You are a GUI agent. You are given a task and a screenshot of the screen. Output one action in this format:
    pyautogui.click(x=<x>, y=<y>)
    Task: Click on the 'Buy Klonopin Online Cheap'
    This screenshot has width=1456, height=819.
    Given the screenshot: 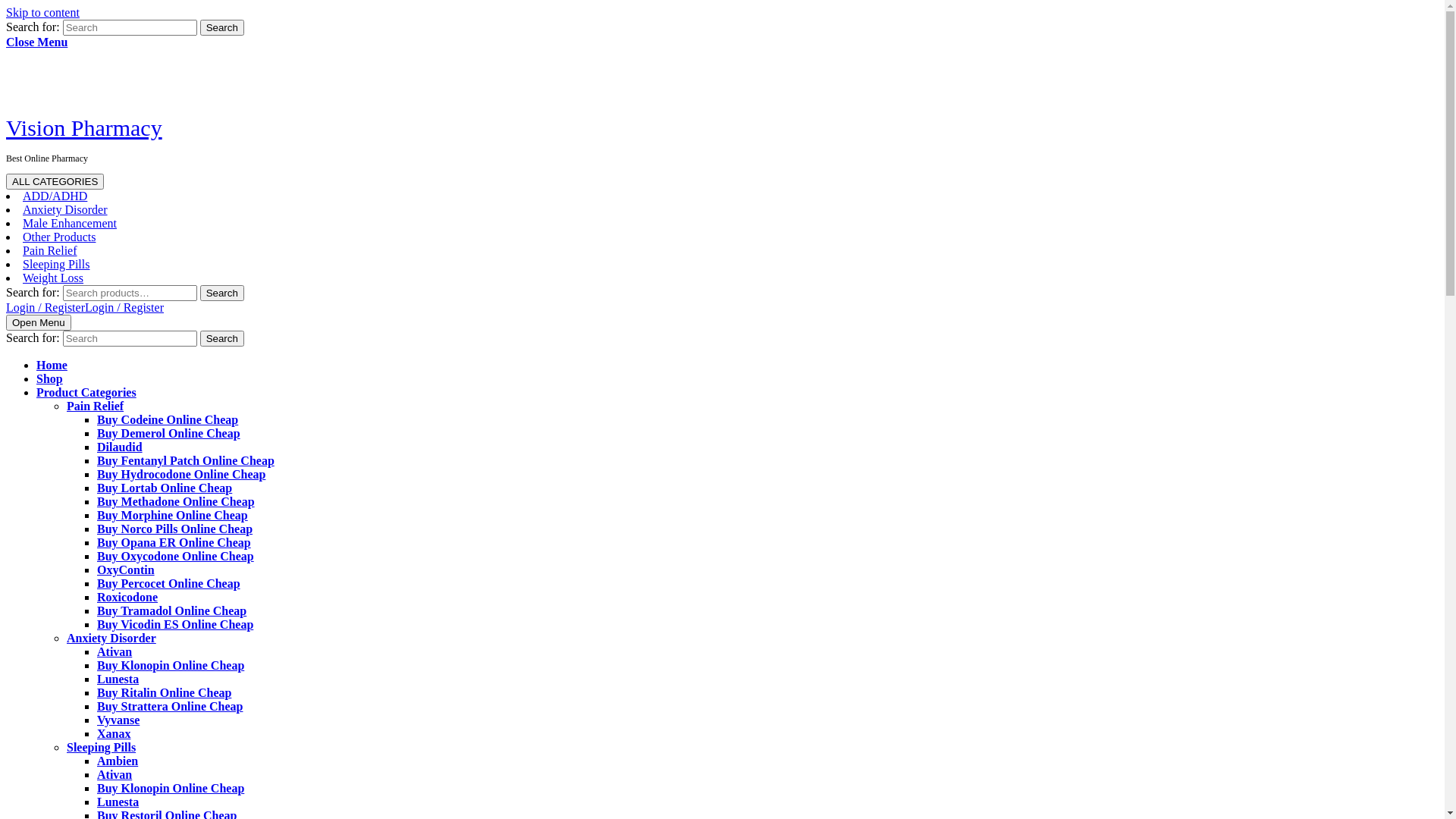 What is the action you would take?
    pyautogui.click(x=171, y=664)
    